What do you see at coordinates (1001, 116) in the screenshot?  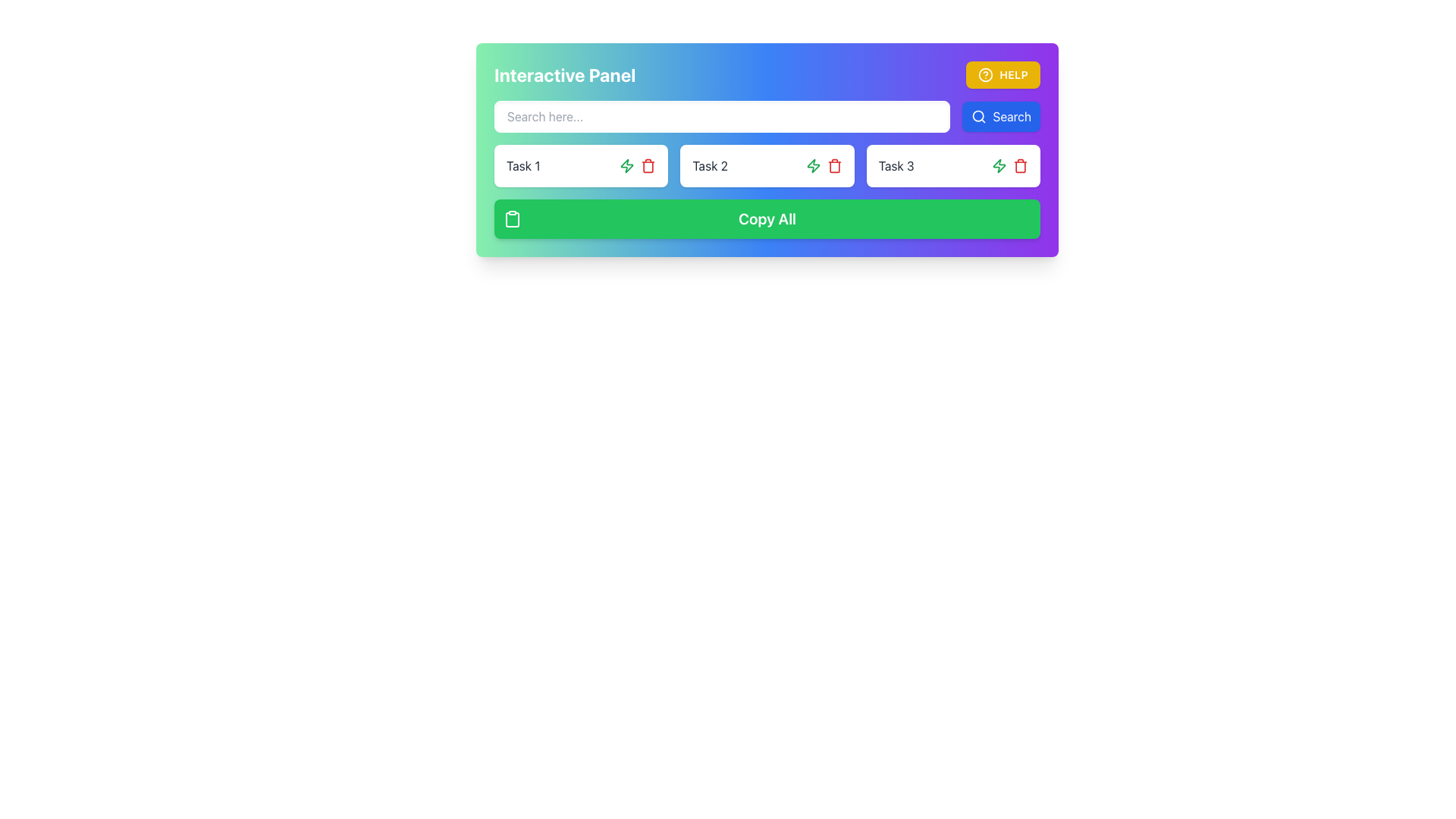 I see `the blue rectangular 'Search' button with a magnifying glass icon` at bounding box center [1001, 116].